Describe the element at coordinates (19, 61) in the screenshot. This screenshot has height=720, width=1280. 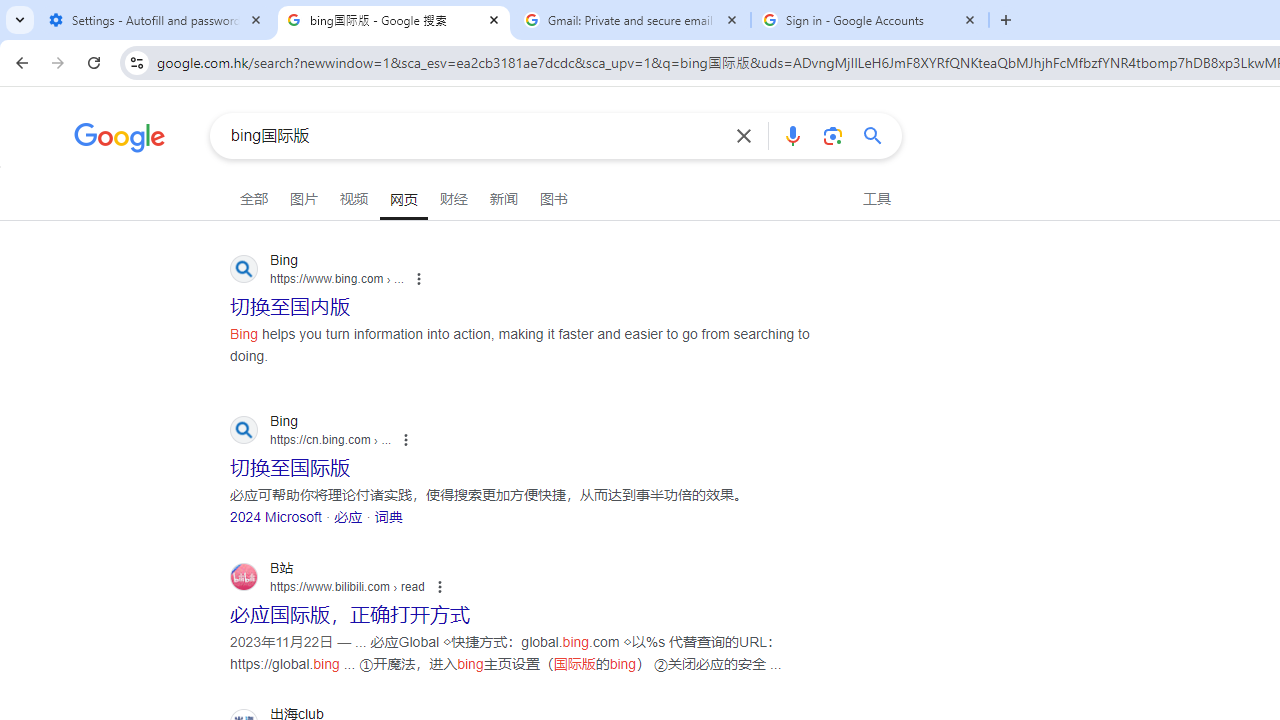
I see `'Back'` at that location.